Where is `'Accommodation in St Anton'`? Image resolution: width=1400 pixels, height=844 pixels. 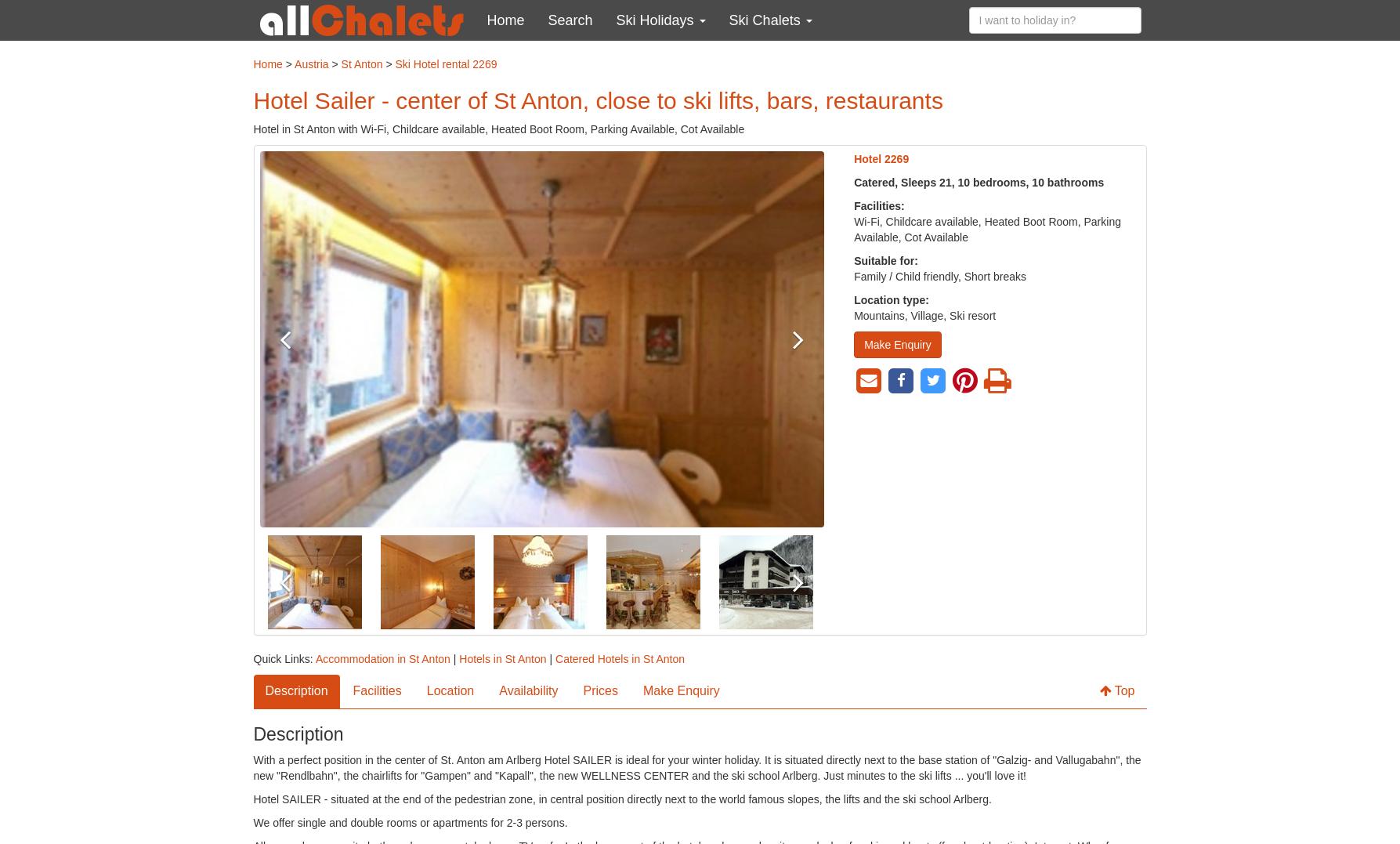 'Accommodation in St Anton' is located at coordinates (315, 658).